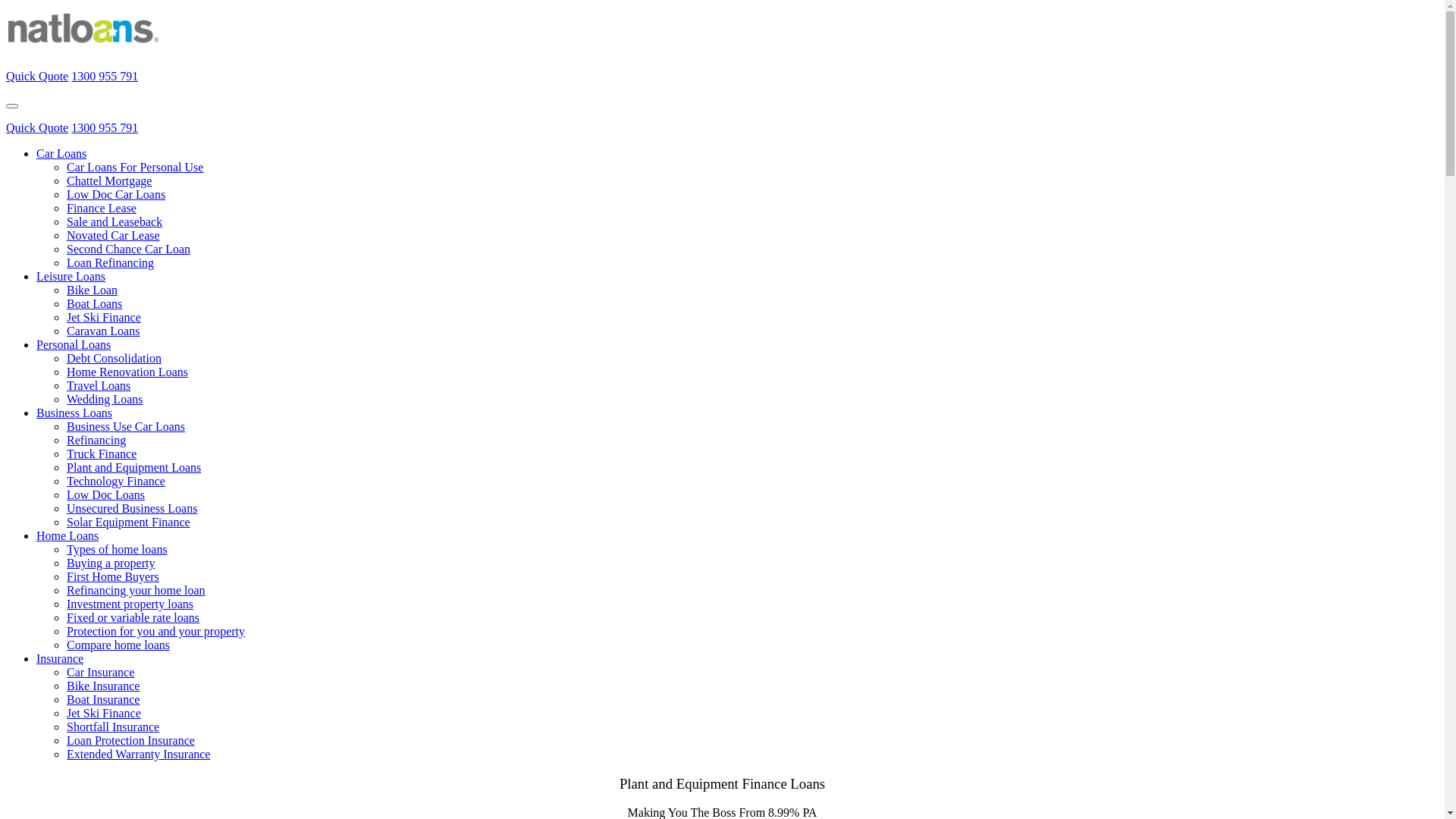 The height and width of the screenshot is (819, 1456). Describe the element at coordinates (128, 248) in the screenshot. I see `'Second Chance Car Loan'` at that location.